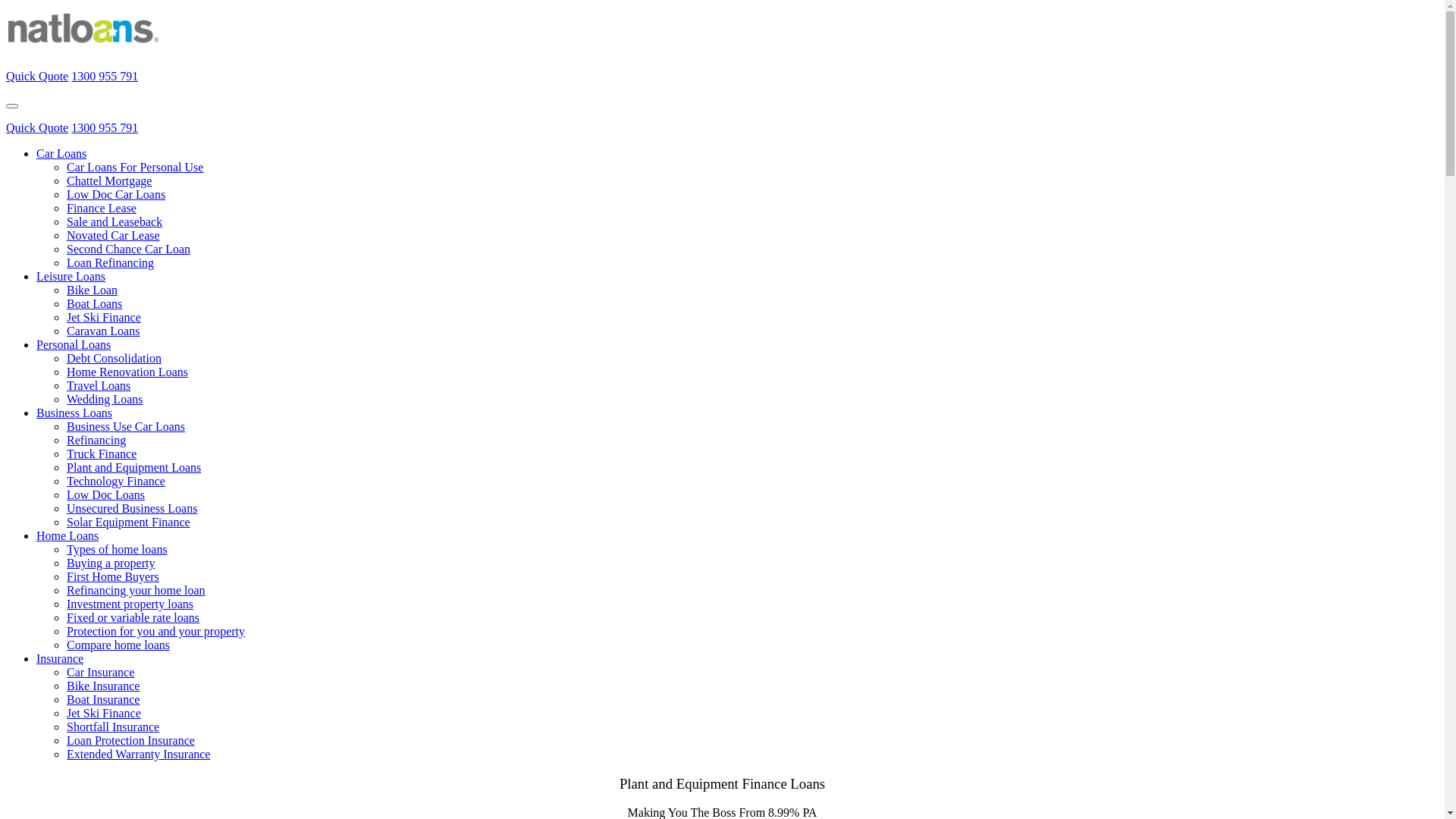 The height and width of the screenshot is (819, 1456). Describe the element at coordinates (128, 248) in the screenshot. I see `'Second Chance Car Loan'` at that location.